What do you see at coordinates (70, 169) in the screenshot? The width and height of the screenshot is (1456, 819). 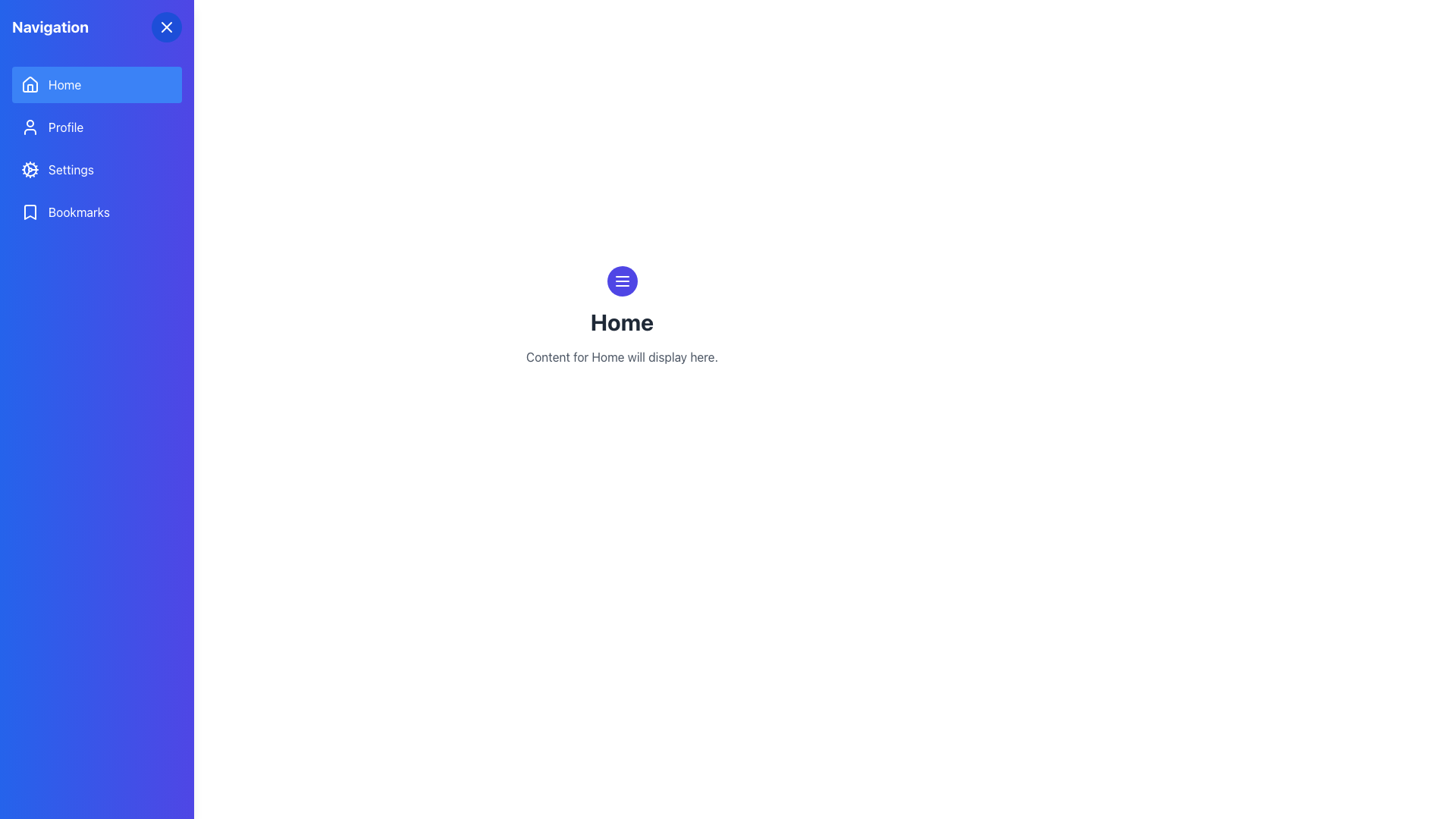 I see `the text label for the Settings section, which is the third item in the vertical navigation sidebar, positioned below 'Profile' and above 'Bookmarks'` at bounding box center [70, 169].